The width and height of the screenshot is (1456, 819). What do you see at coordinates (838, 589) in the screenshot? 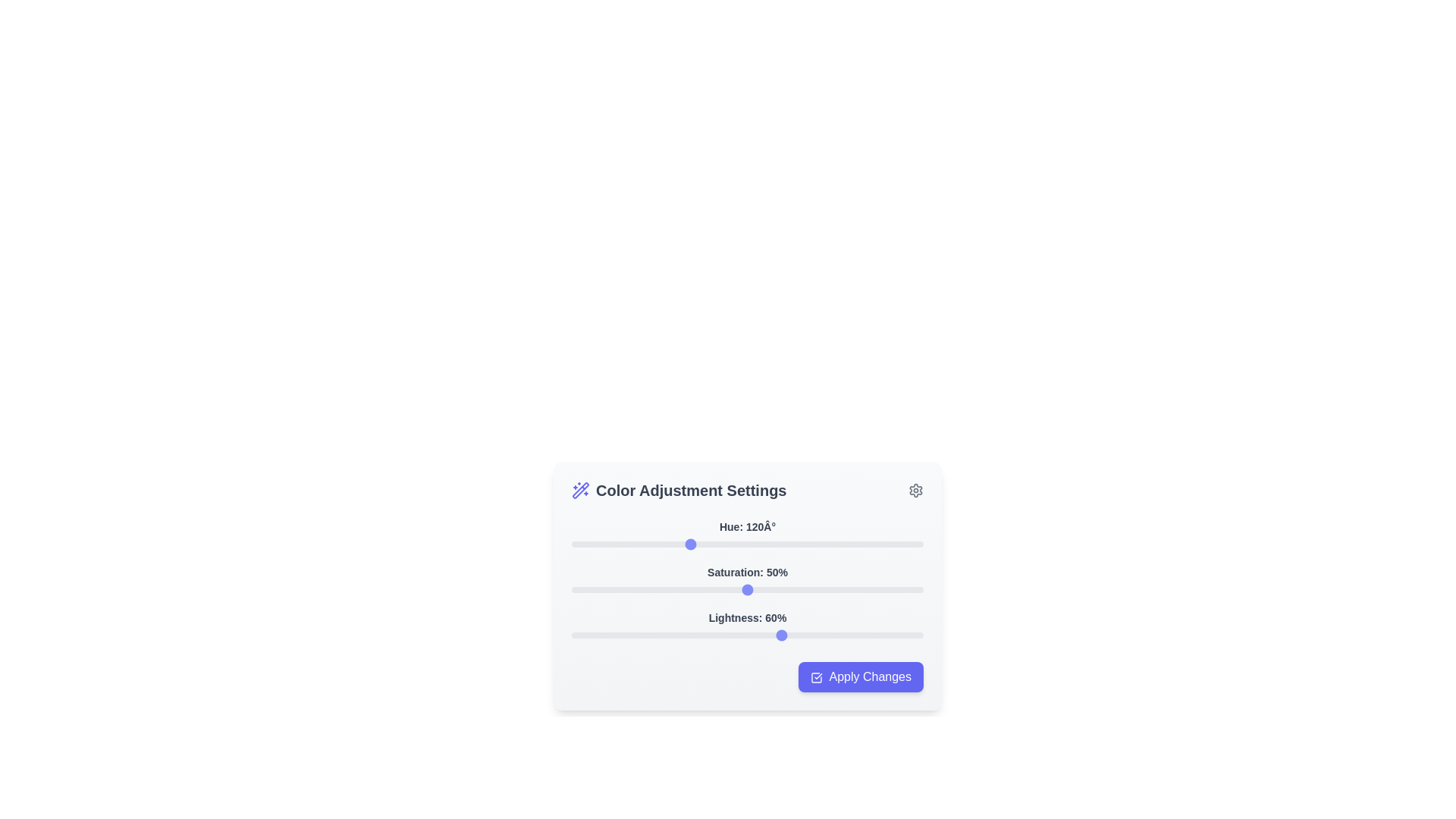
I see `the saturation` at bounding box center [838, 589].